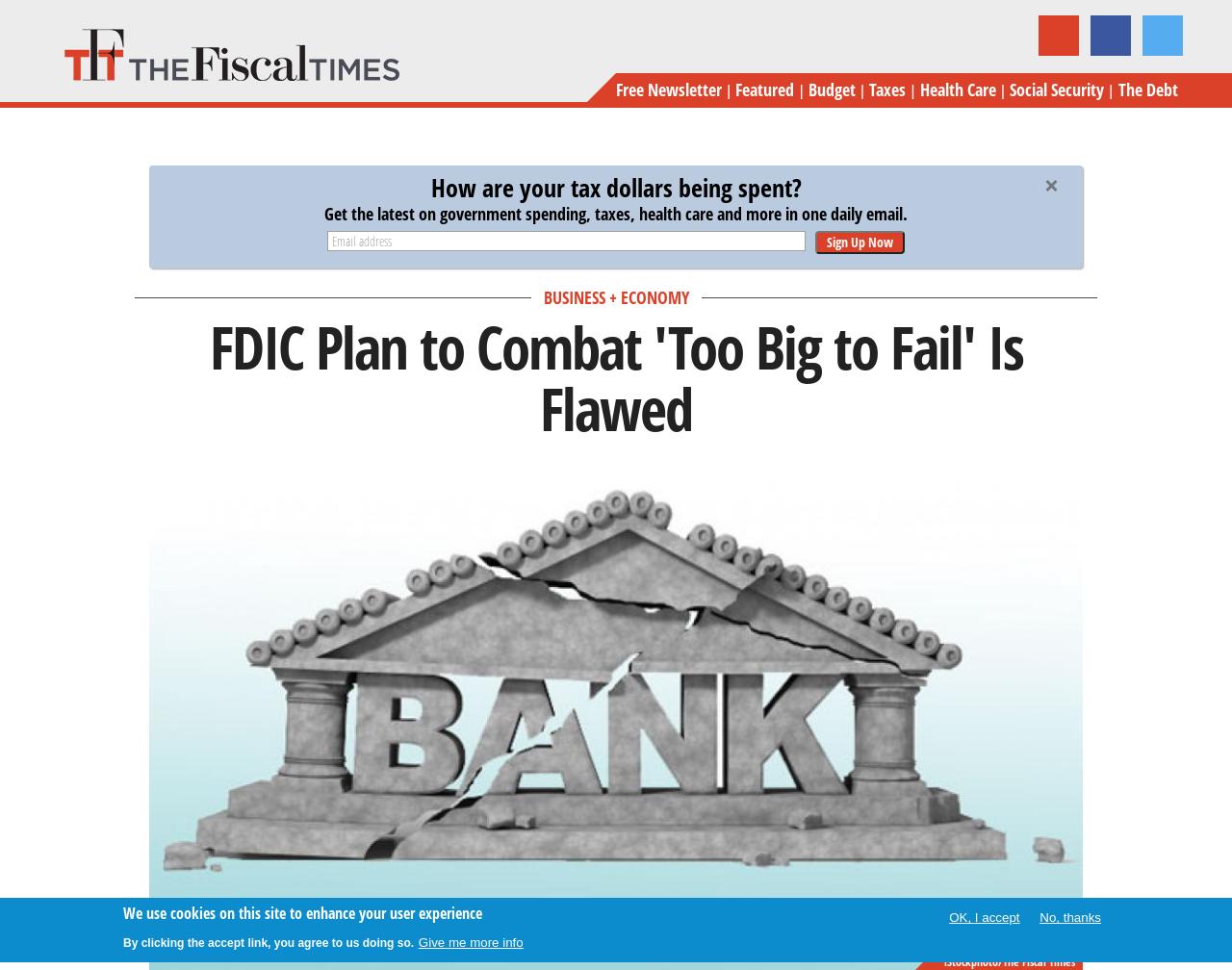 The width and height of the screenshot is (1232, 970). Describe the element at coordinates (984, 917) in the screenshot. I see `'OK, I accept'` at that location.